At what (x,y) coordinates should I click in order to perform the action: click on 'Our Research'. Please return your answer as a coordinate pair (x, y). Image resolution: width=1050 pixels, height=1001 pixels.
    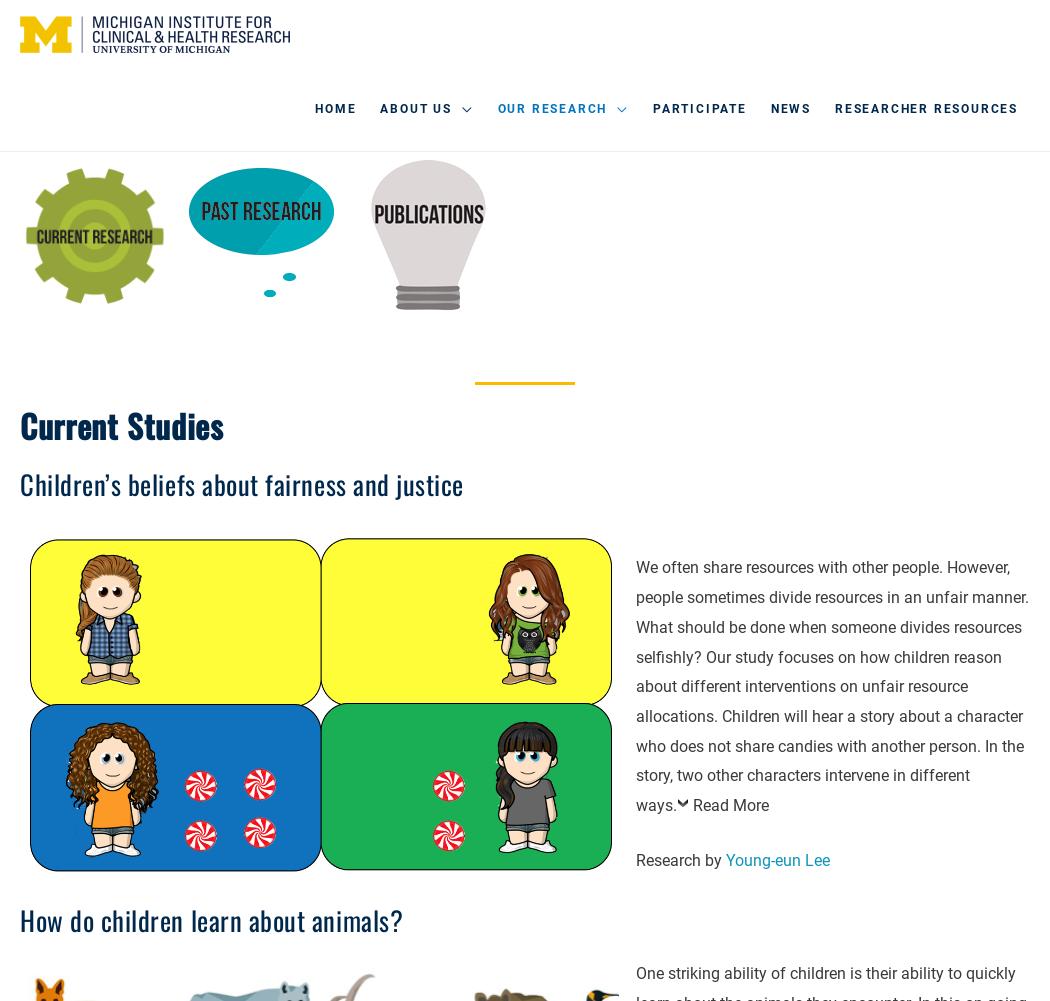
    Looking at the image, I should click on (495, 108).